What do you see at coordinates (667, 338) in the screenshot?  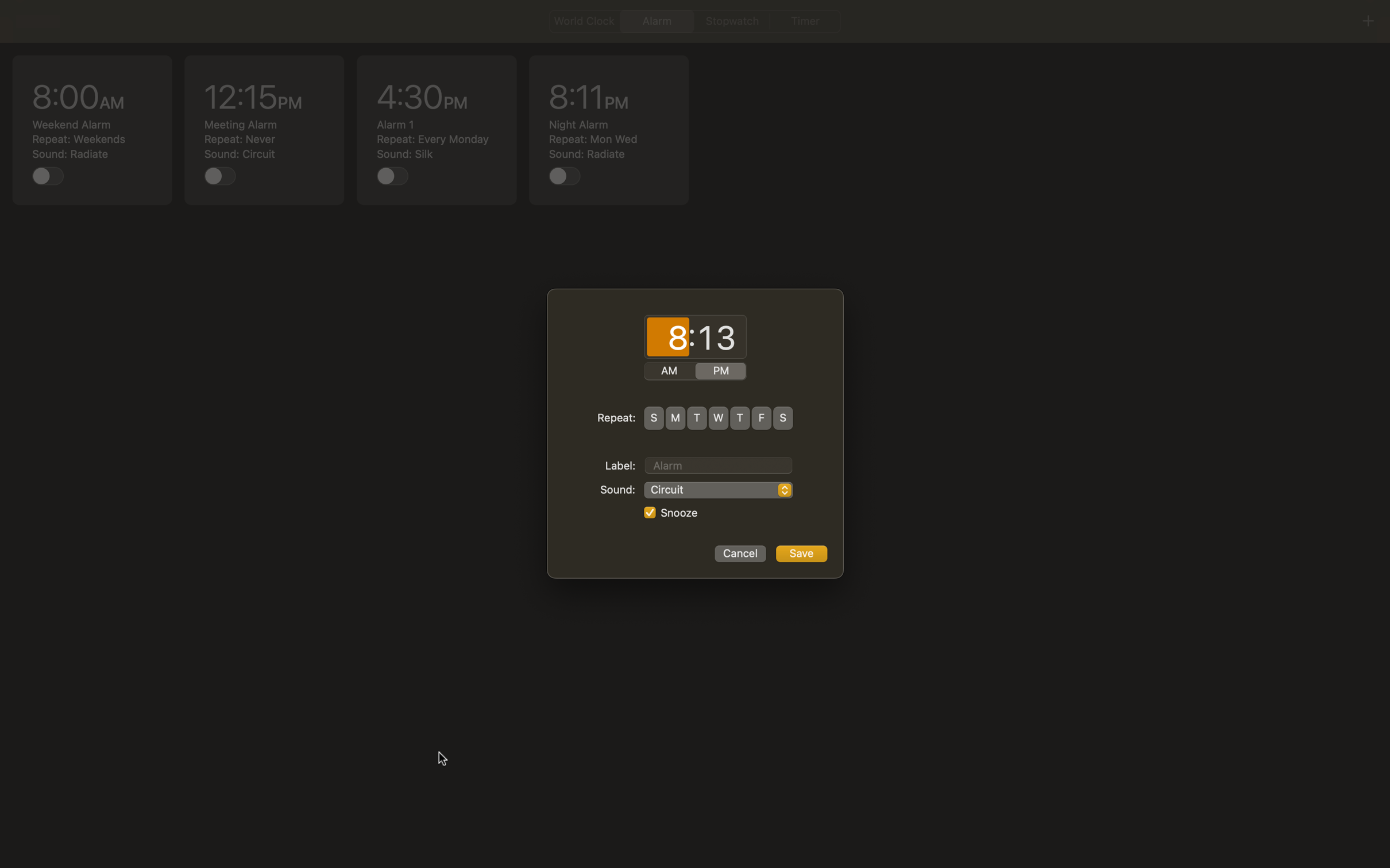 I see `Adjust the system"s clock to 07 hours and 45 minutes` at bounding box center [667, 338].